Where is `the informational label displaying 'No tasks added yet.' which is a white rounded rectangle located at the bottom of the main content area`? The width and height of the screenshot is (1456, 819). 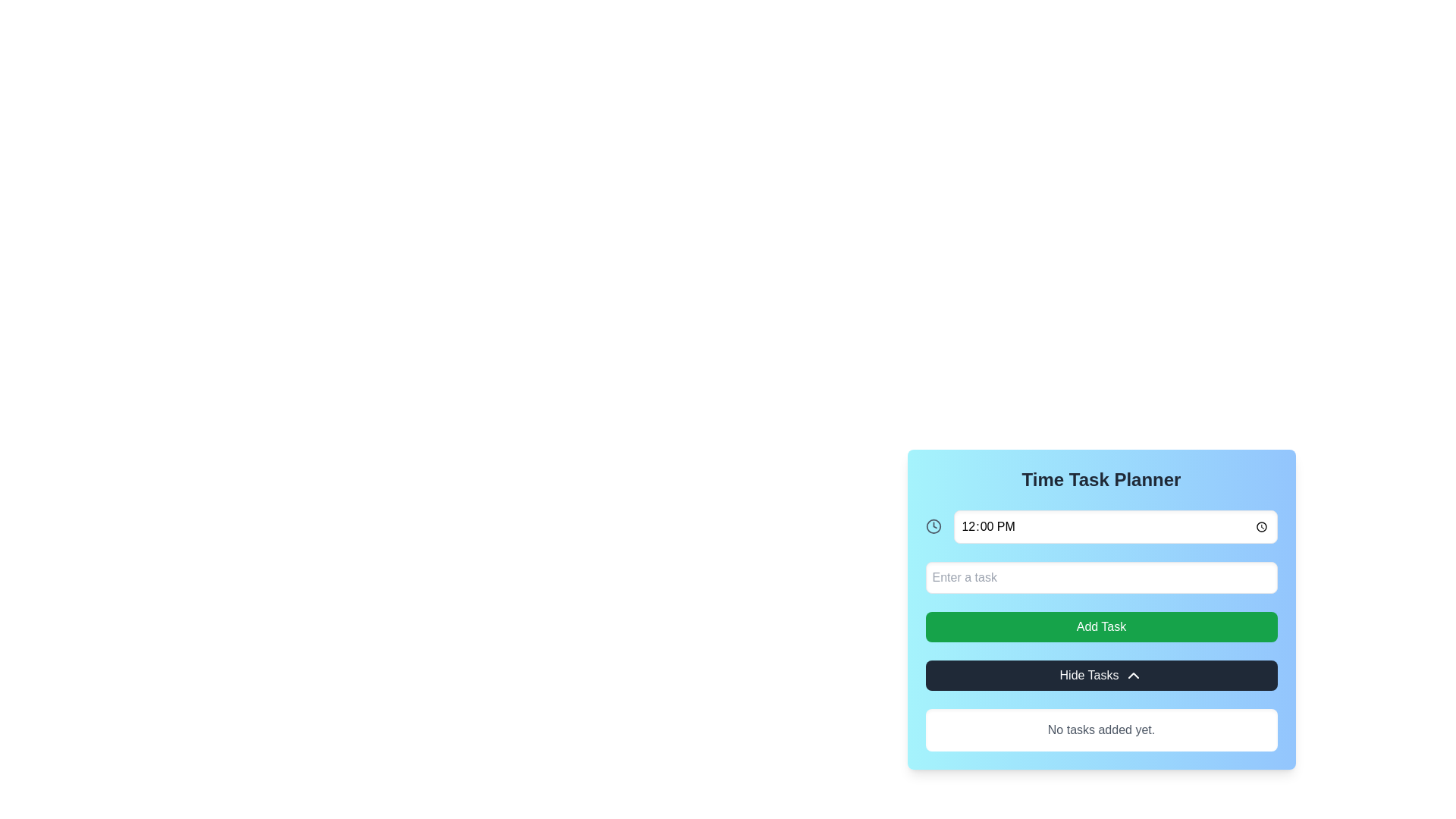
the informational label displaying 'No tasks added yet.' which is a white rounded rectangle located at the bottom of the main content area is located at coordinates (1101, 730).